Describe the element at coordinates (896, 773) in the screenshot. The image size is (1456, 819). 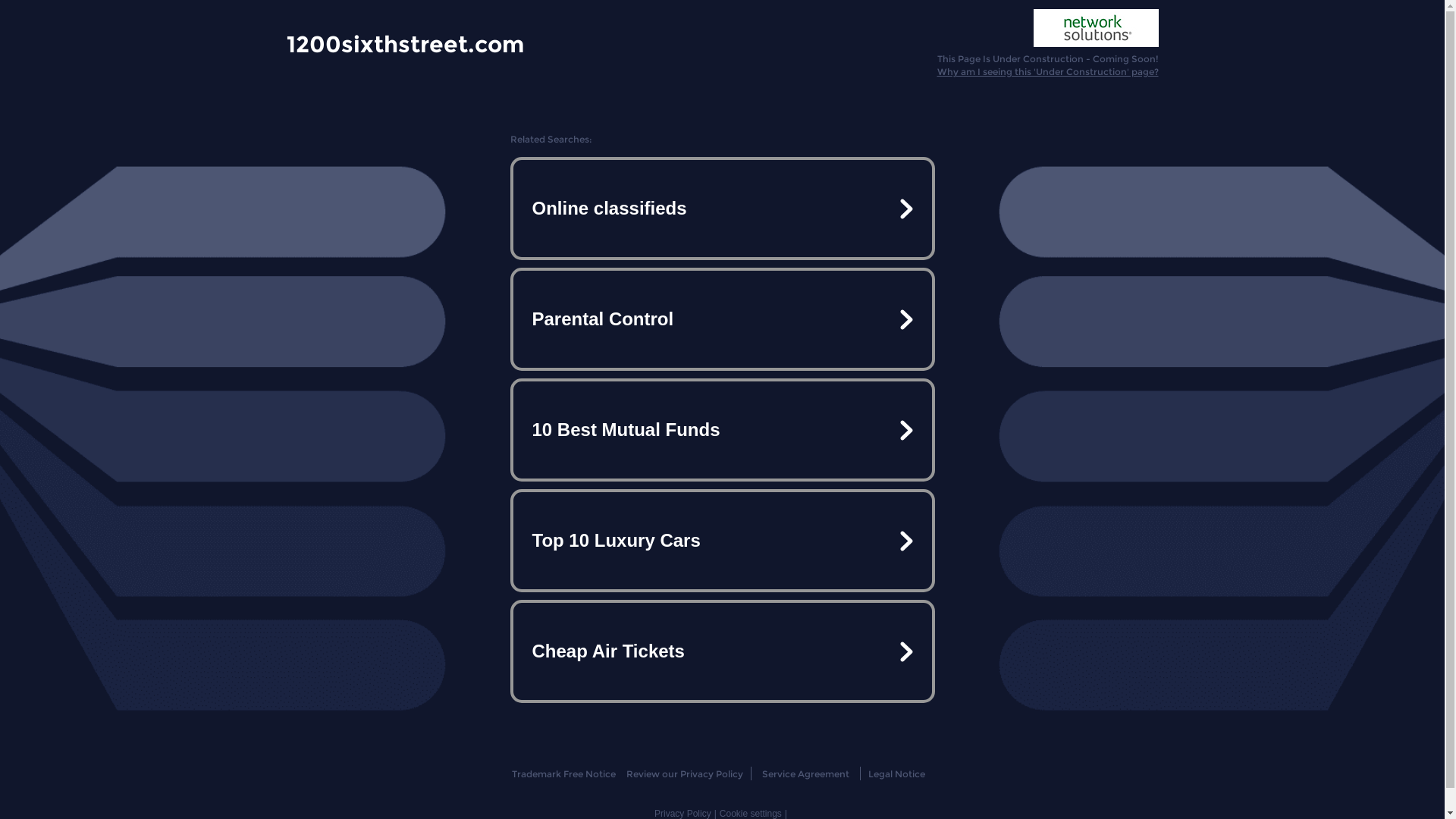
I see `'Legal Notice'` at that location.